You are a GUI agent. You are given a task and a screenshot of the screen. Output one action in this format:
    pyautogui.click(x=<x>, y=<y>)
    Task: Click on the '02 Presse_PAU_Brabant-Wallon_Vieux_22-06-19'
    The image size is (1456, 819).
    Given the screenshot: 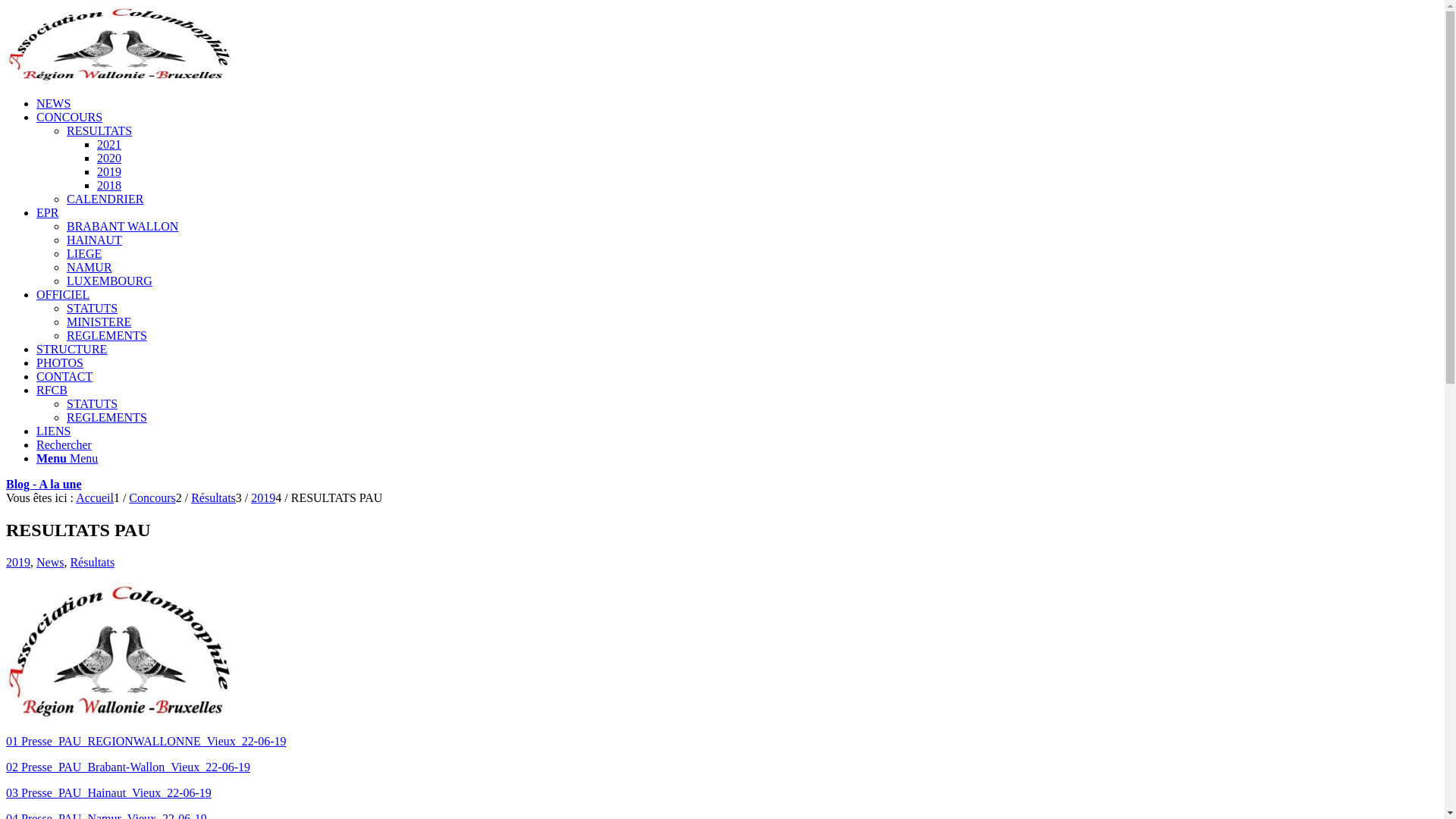 What is the action you would take?
    pyautogui.click(x=6, y=767)
    